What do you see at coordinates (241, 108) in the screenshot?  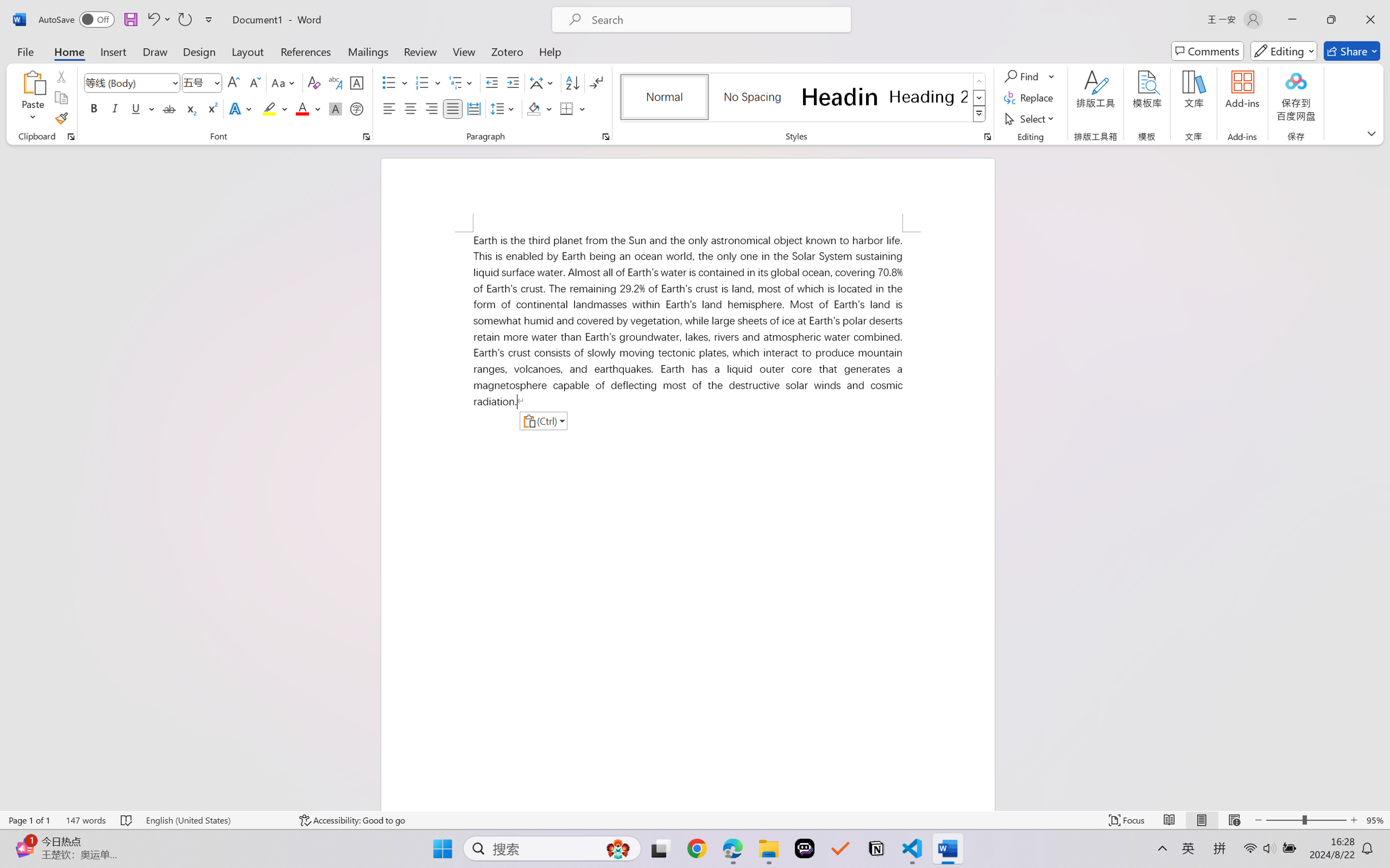 I see `'Text Effects and Typography'` at bounding box center [241, 108].